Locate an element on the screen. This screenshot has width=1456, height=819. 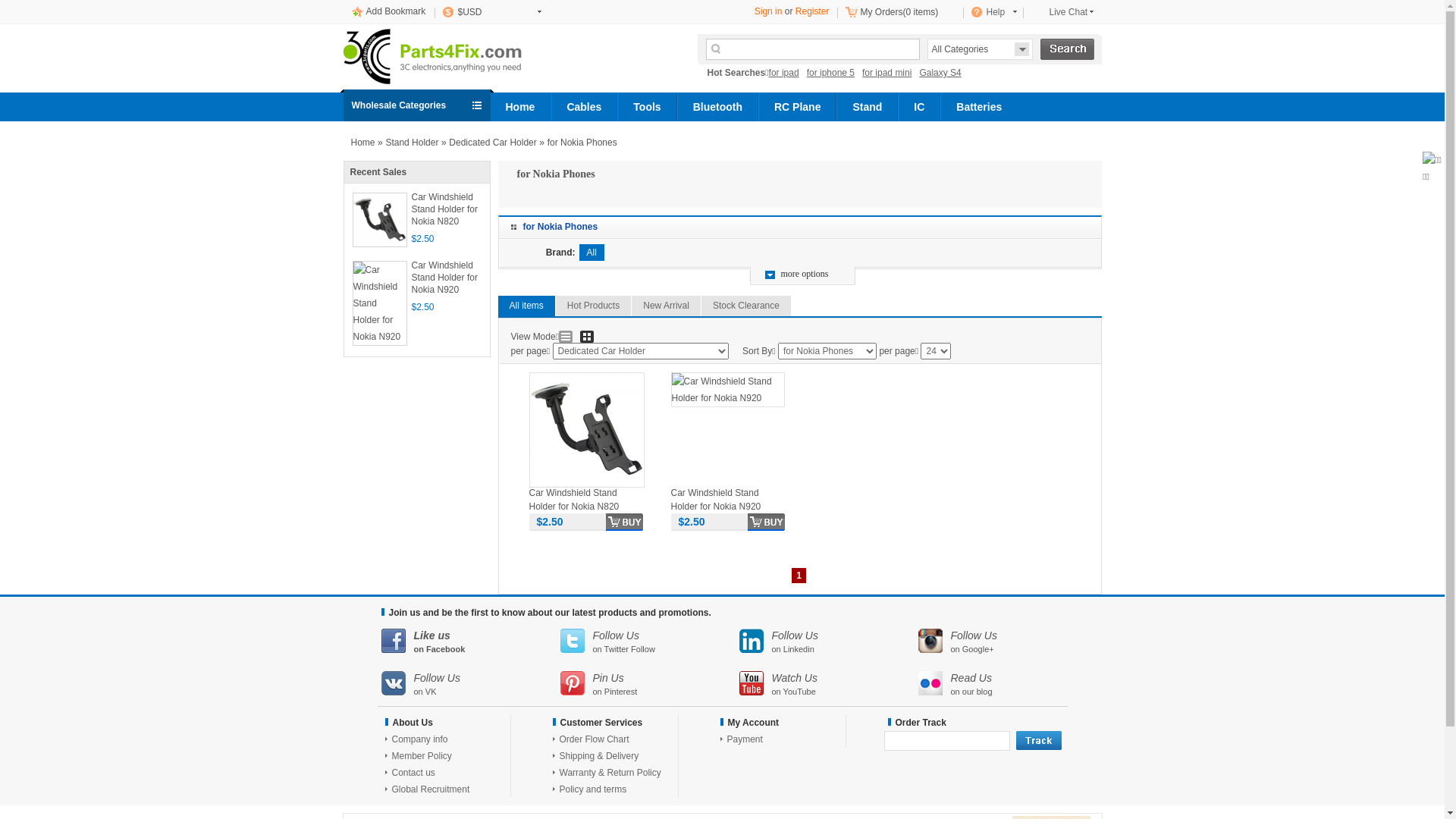
'Company info' is located at coordinates (391, 739).